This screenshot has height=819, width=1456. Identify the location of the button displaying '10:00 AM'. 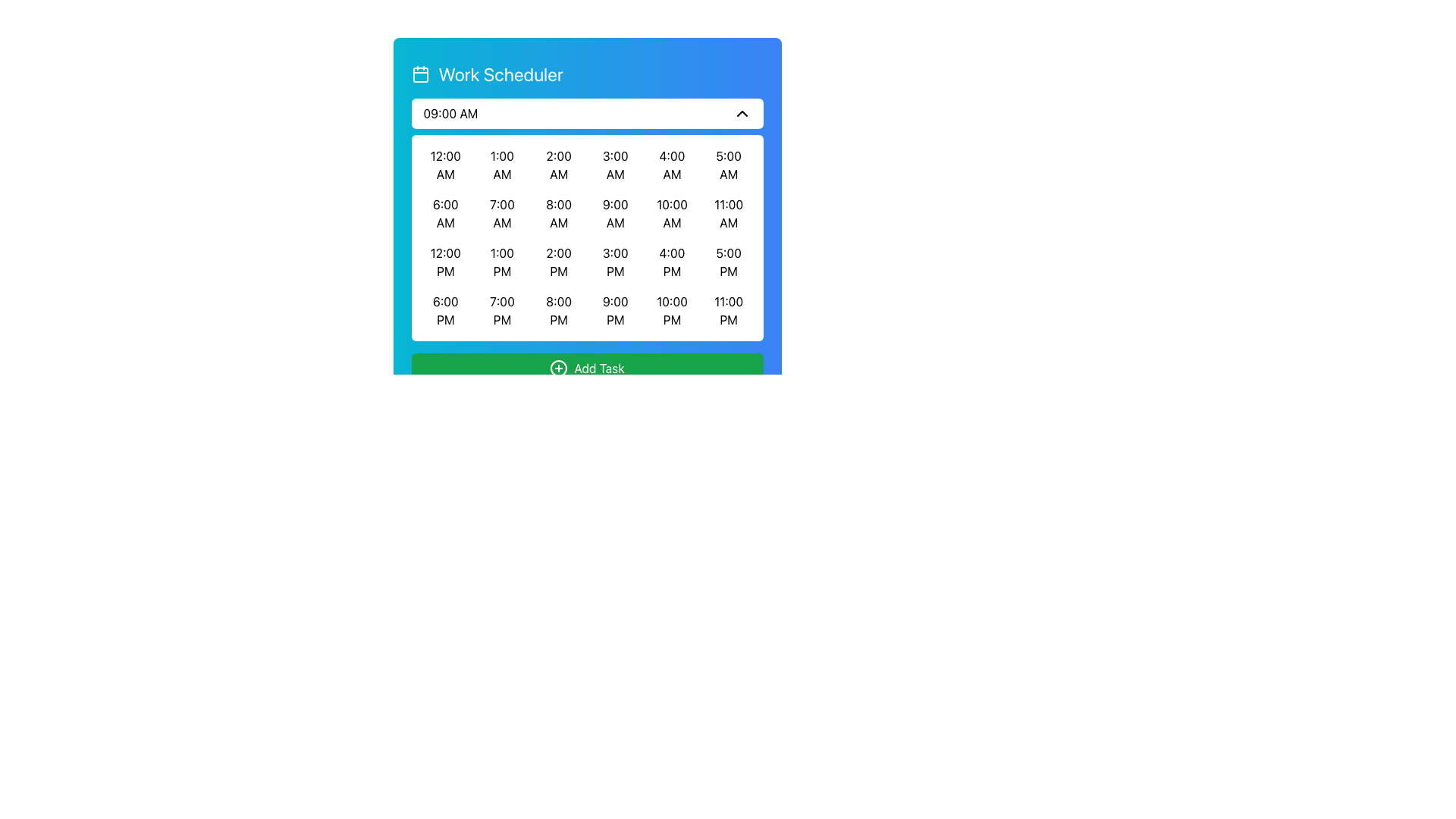
(671, 213).